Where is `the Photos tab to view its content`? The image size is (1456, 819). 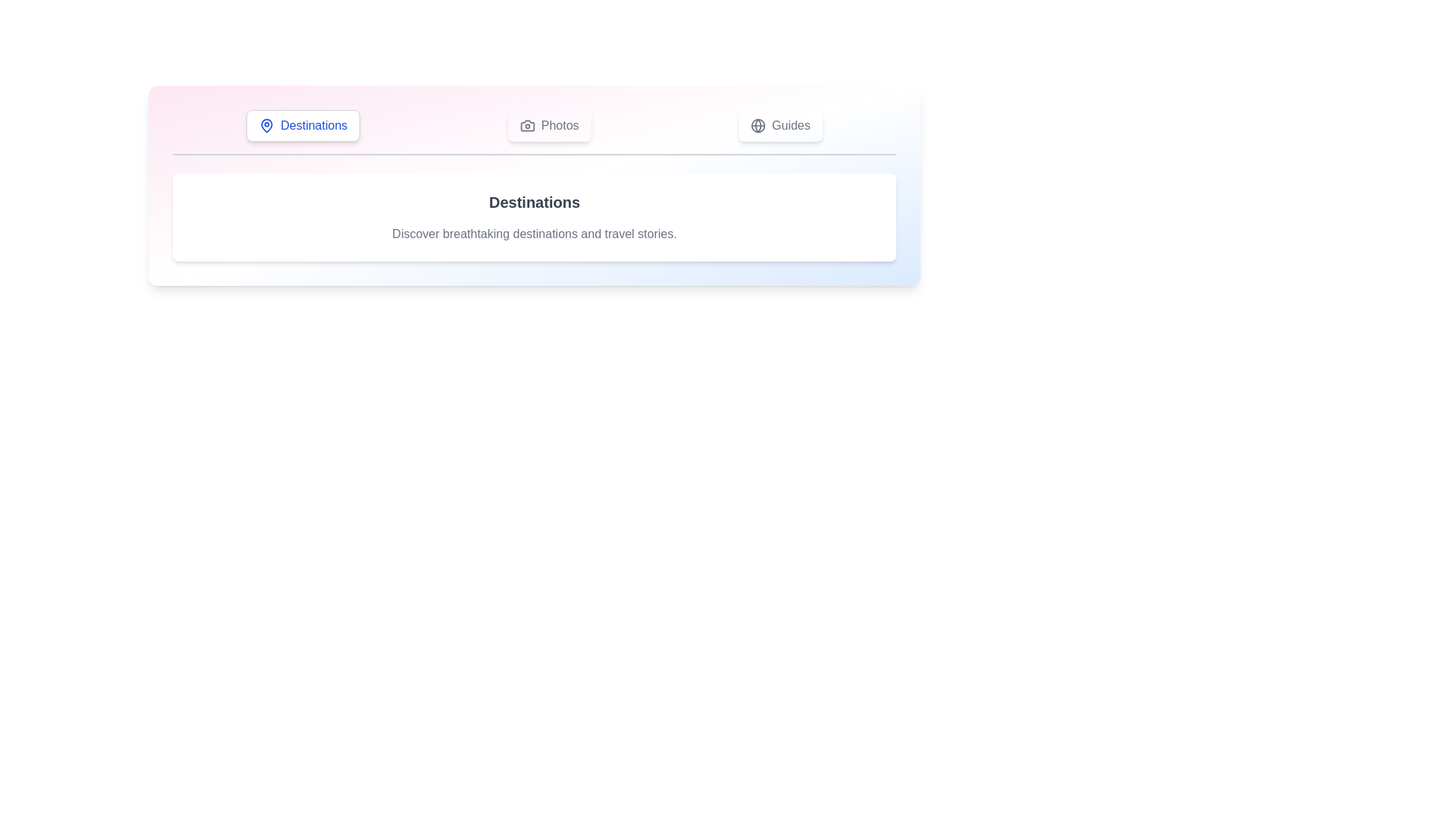 the Photos tab to view its content is located at coordinates (548, 124).